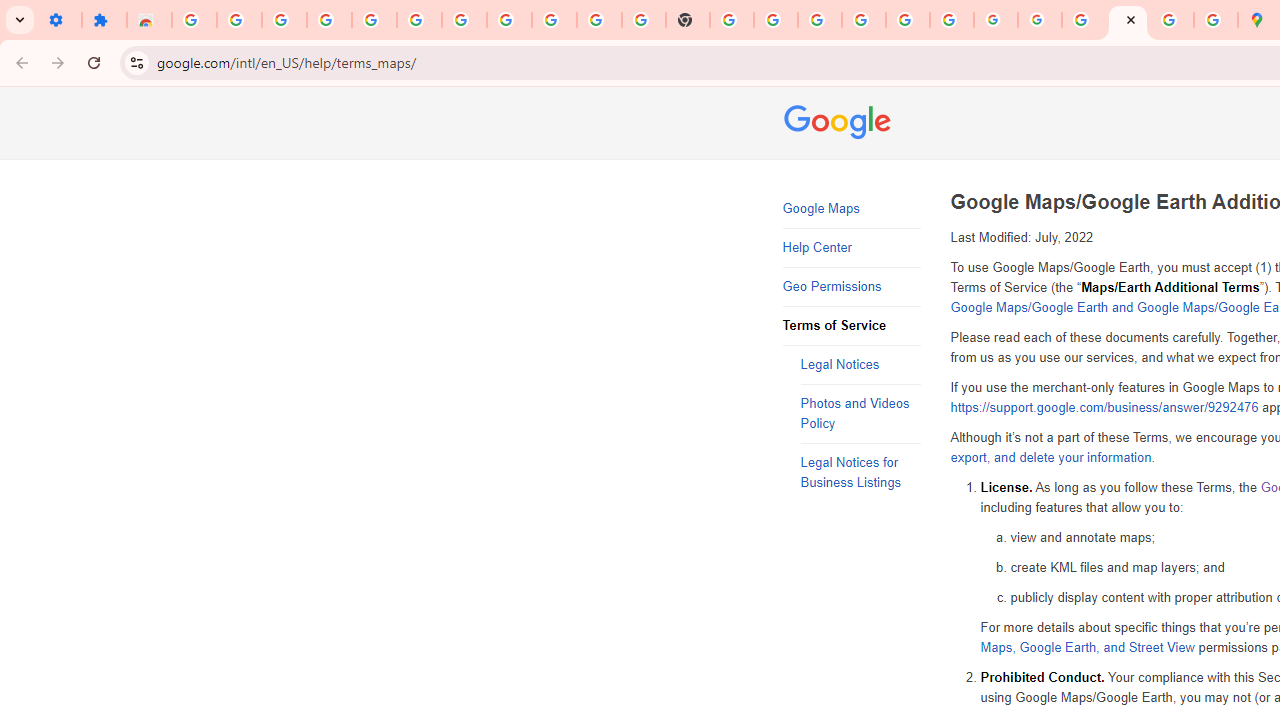 This screenshot has height=720, width=1280. Describe the element at coordinates (851, 325) in the screenshot. I see `'Terms of Service'` at that location.